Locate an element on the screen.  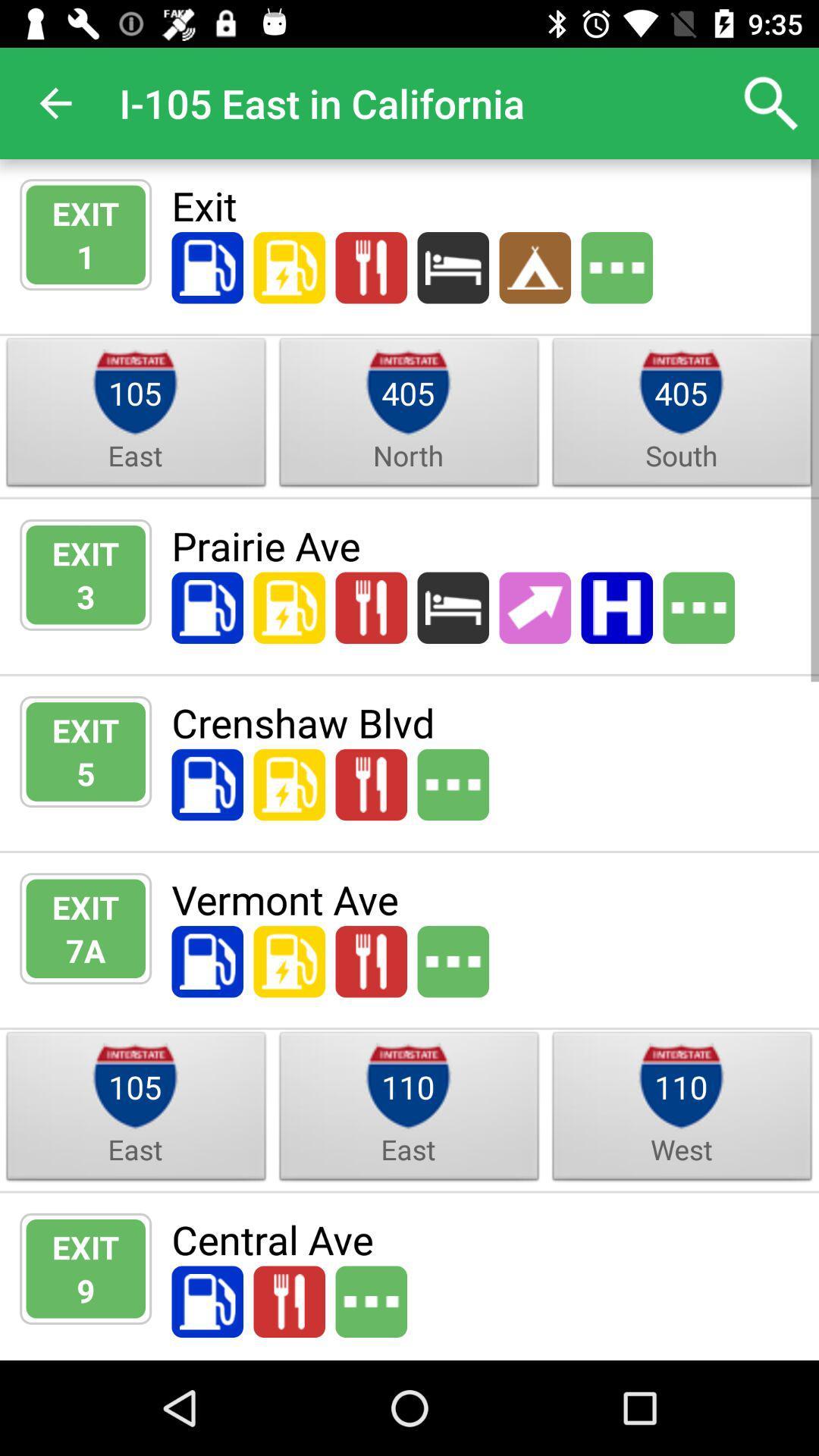
the item next to prairie ave is located at coordinates (86, 595).